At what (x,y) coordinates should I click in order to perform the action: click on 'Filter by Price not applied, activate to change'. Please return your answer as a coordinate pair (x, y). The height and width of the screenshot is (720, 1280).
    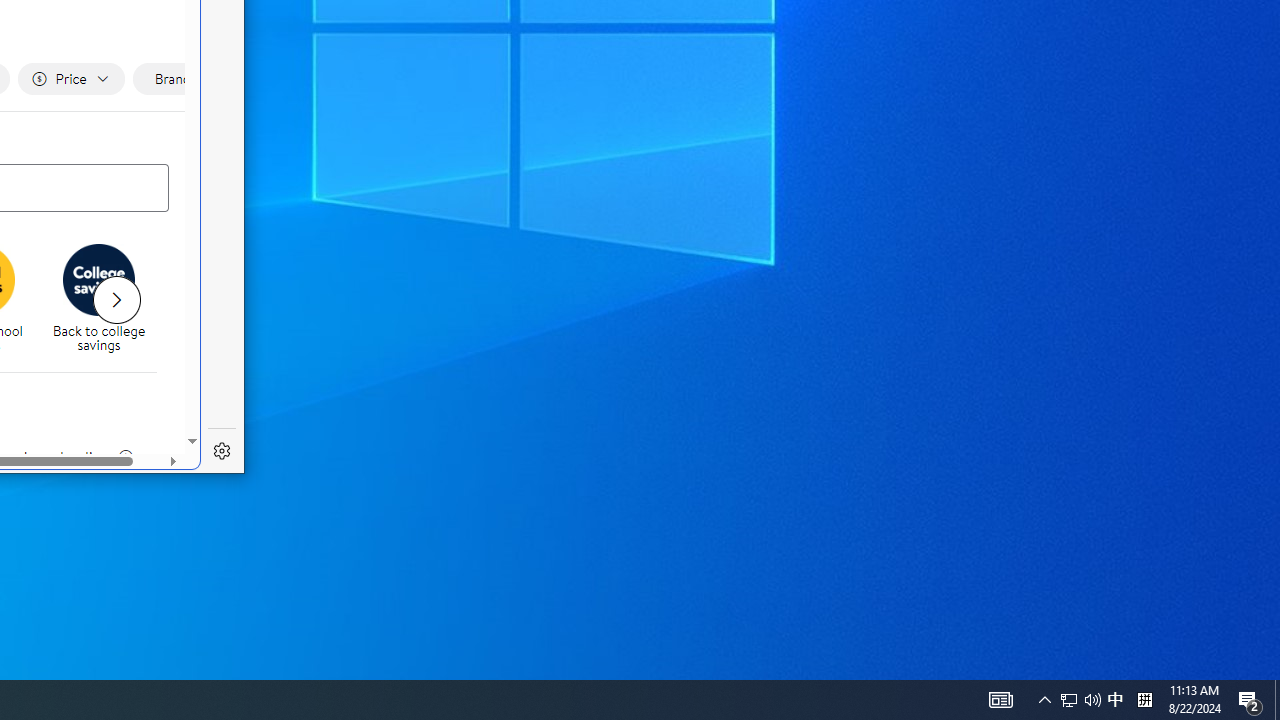
    Looking at the image, I should click on (71, 78).